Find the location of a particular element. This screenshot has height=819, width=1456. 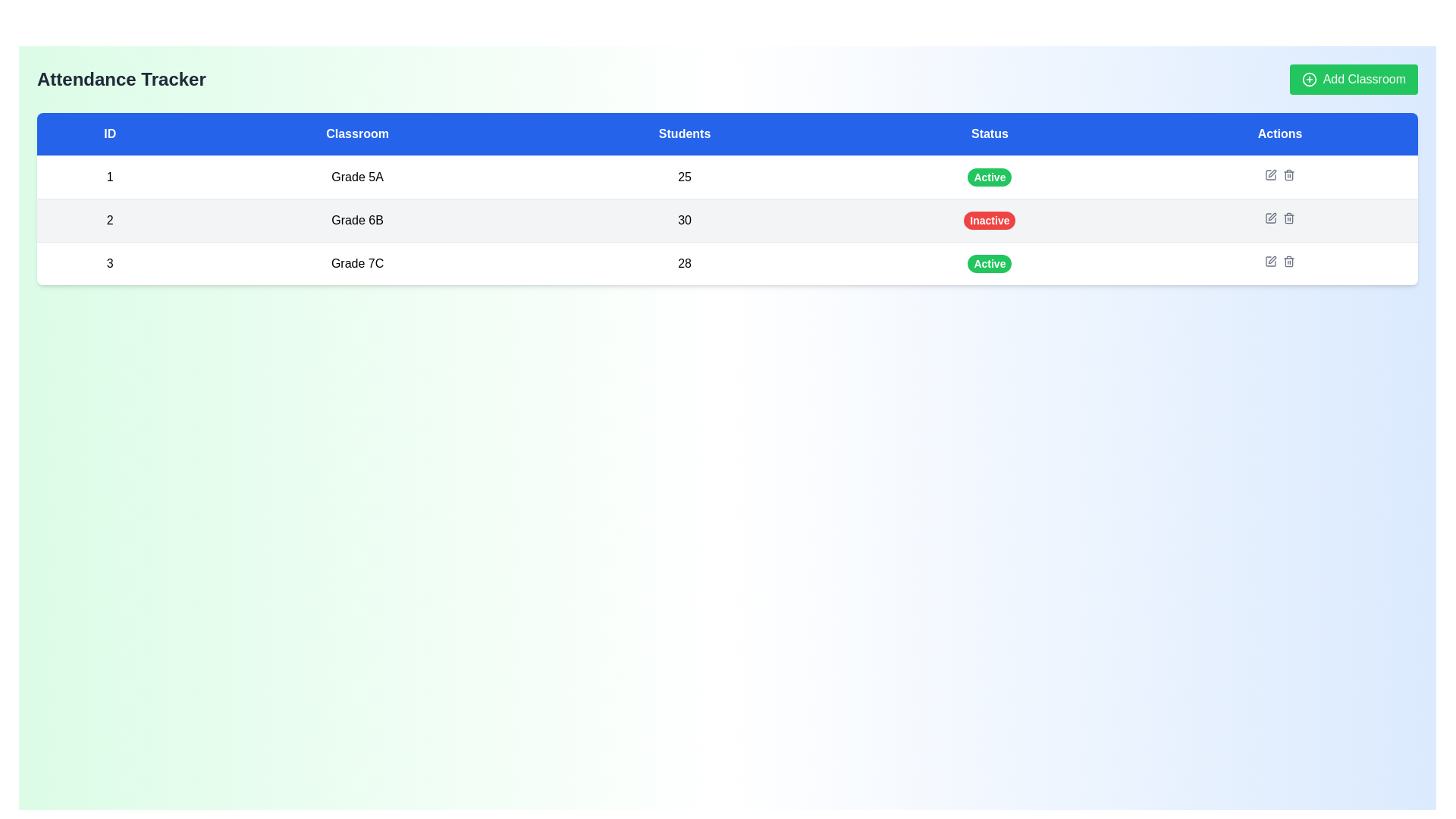

navigation on the Trash Bin icon in the Actions column of the Grade 7C row to enhance accessibility is located at coordinates (1288, 262).